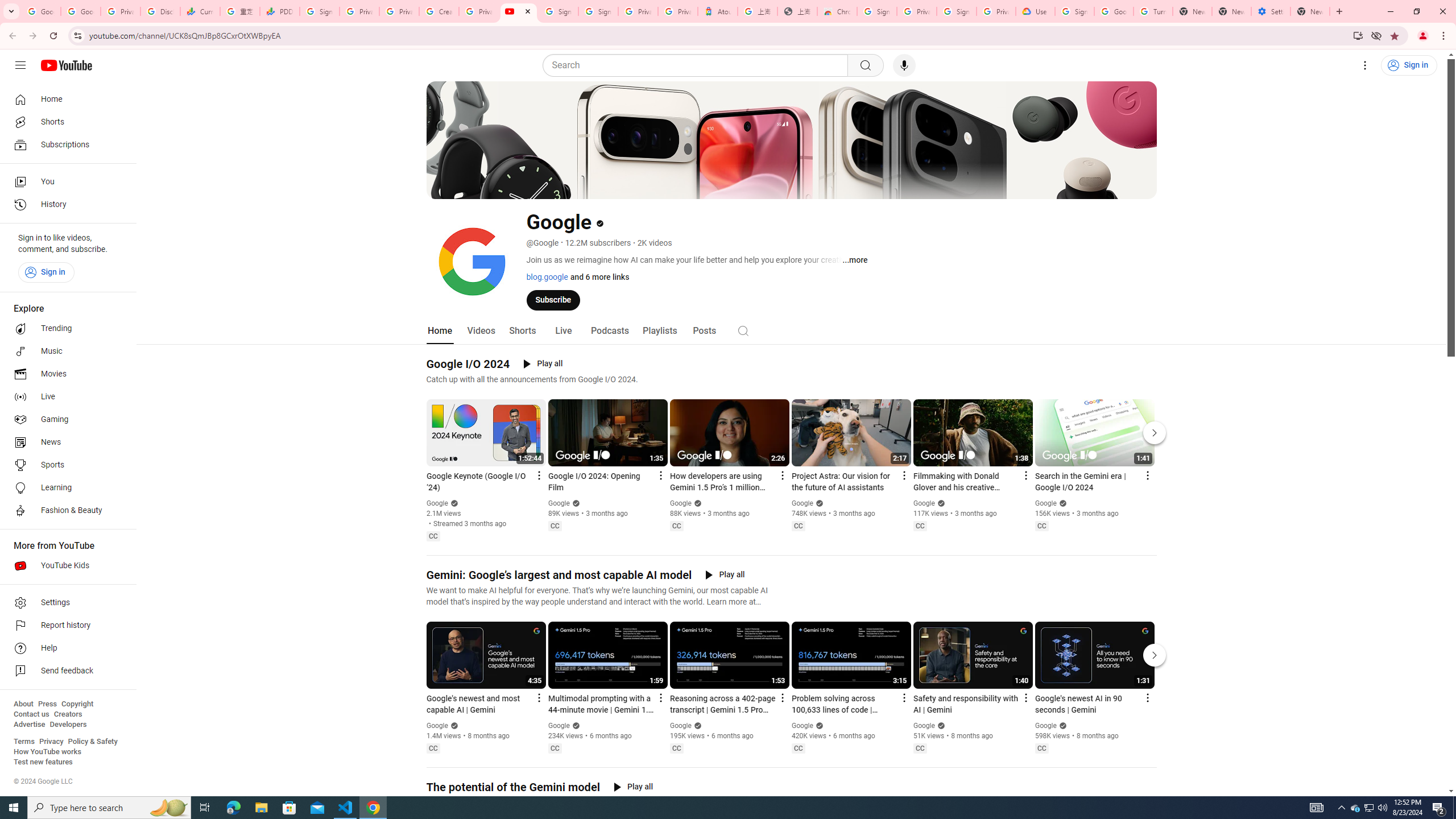  What do you see at coordinates (64, 602) in the screenshot?
I see `'Settings'` at bounding box center [64, 602].